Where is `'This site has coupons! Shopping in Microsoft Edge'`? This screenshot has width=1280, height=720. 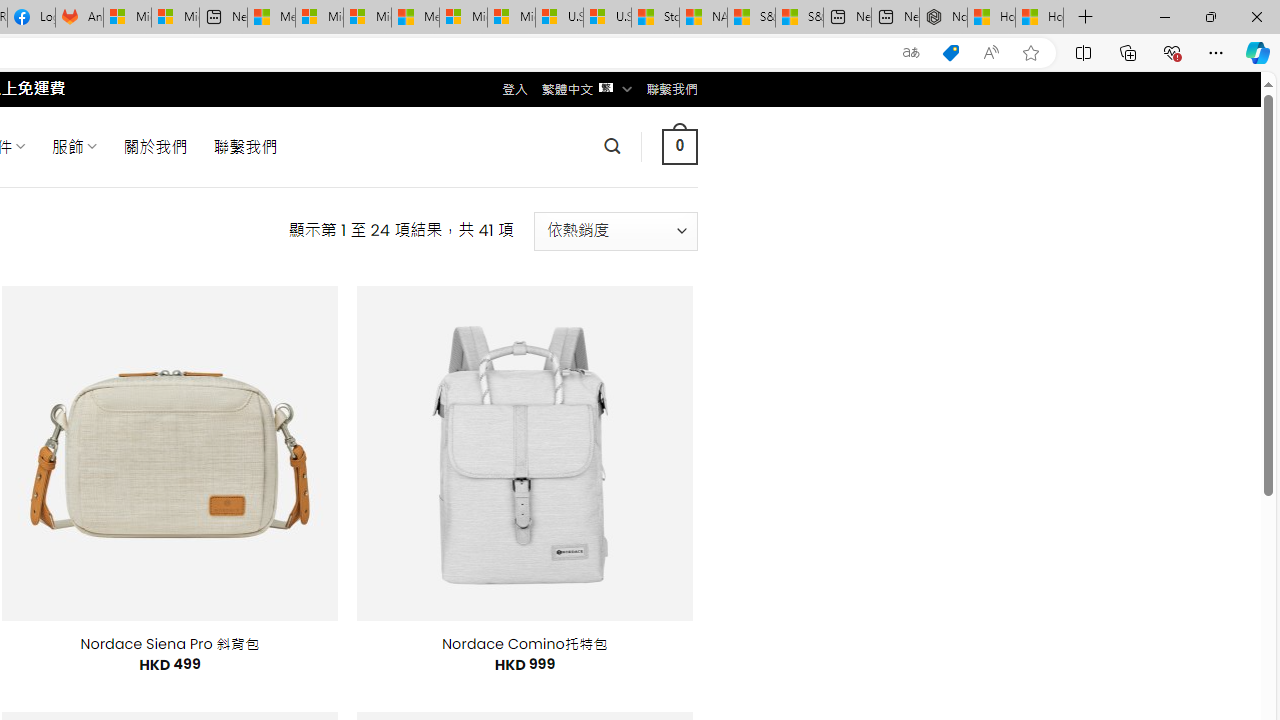
'This site has coupons! Shopping in Microsoft Edge' is located at coordinates (950, 52).